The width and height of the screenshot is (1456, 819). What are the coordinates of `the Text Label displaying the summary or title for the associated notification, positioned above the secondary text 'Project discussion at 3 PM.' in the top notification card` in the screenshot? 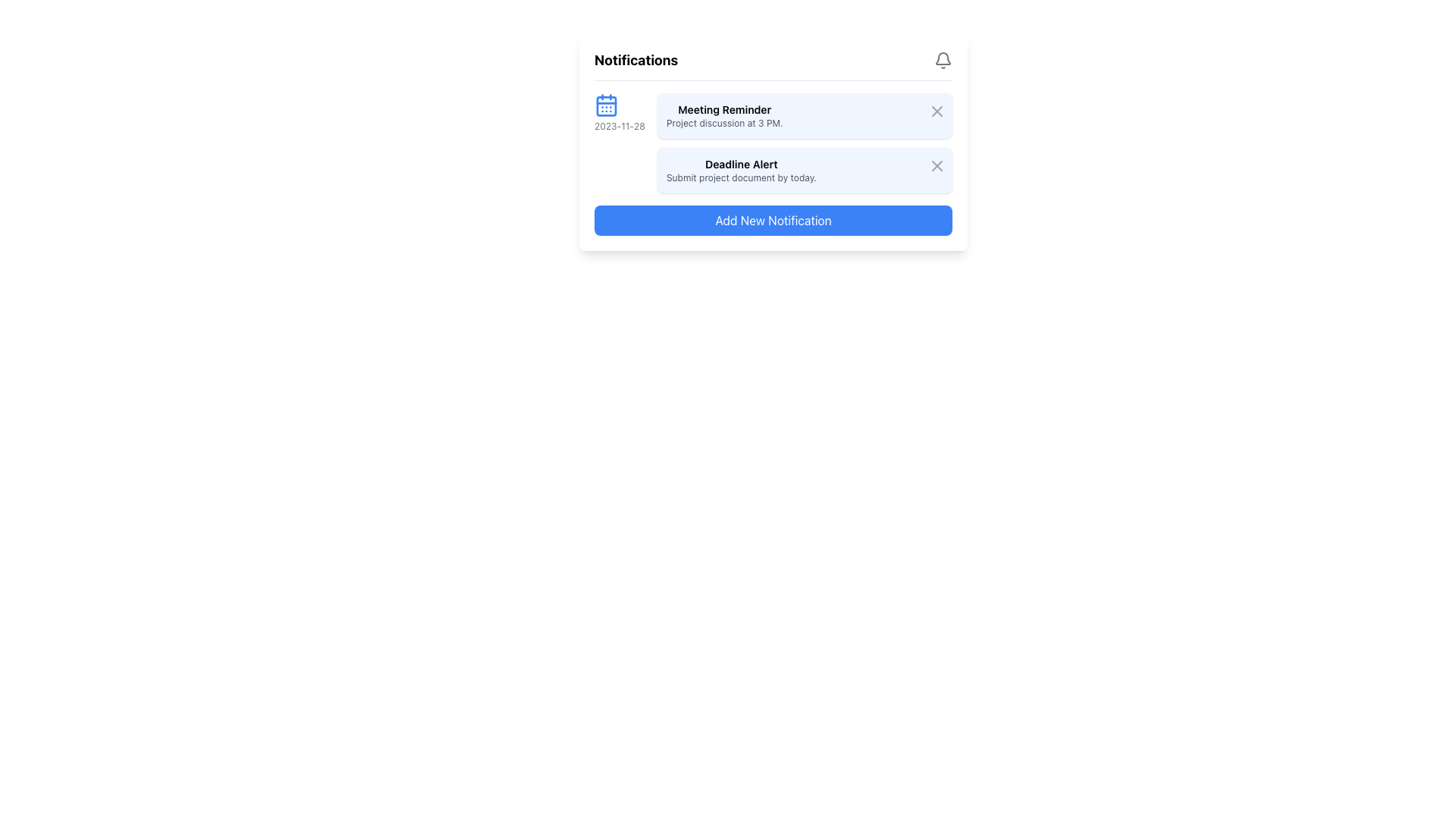 It's located at (723, 109).